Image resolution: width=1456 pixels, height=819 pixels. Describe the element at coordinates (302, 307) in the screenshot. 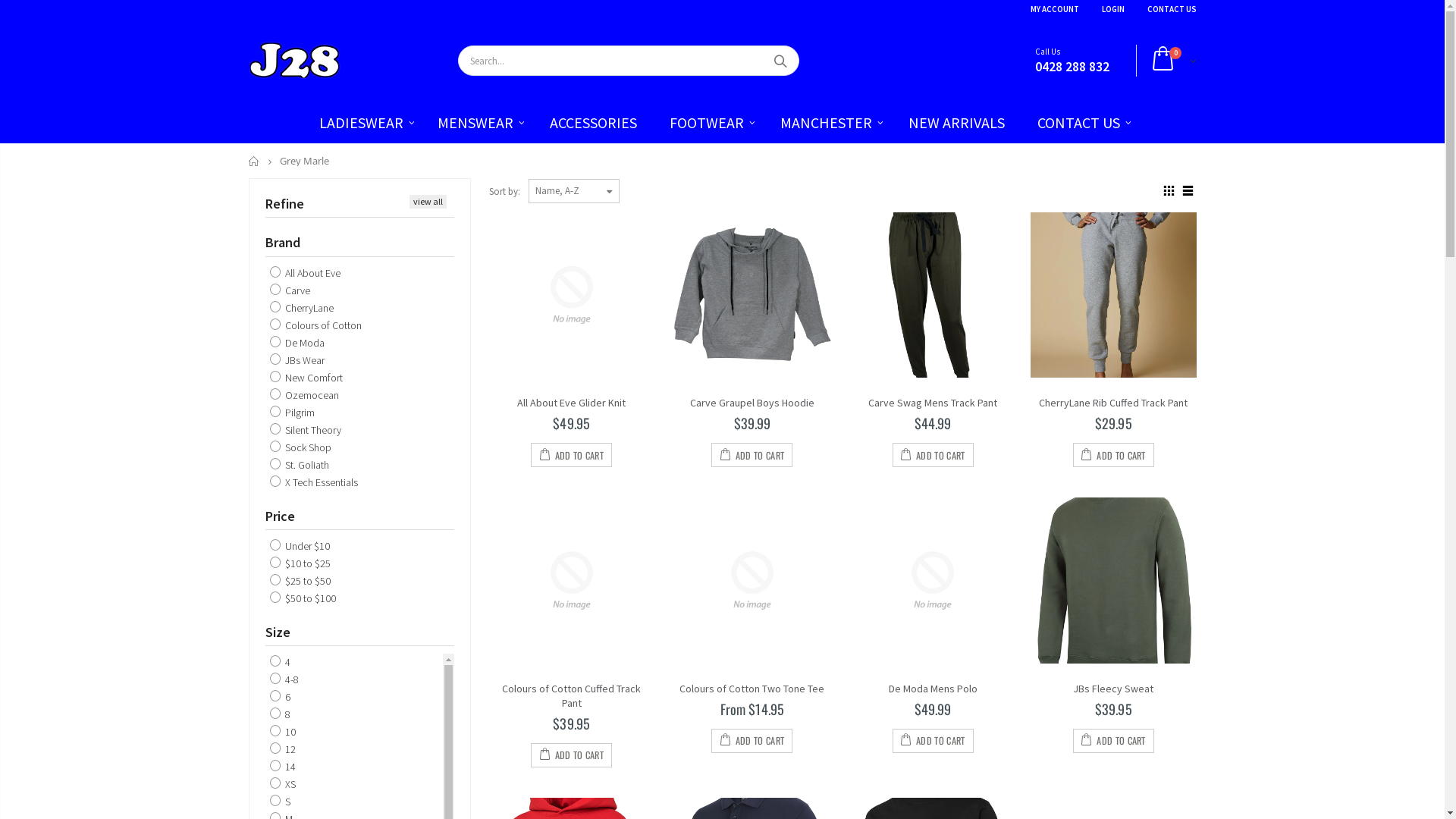

I see `'CherryLane'` at that location.